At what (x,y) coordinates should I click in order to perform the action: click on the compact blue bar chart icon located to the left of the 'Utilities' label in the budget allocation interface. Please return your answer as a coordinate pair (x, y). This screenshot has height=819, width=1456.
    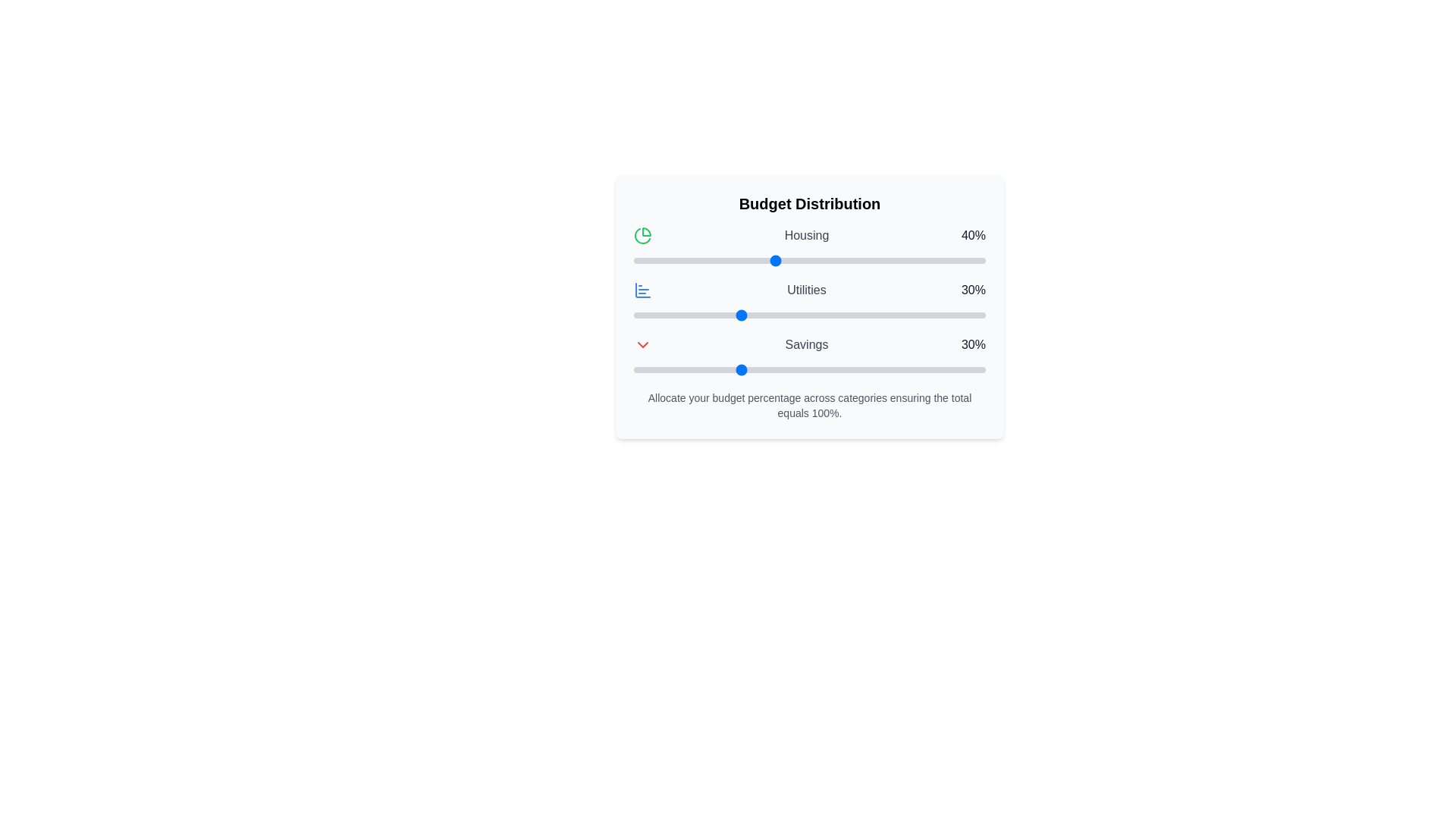
    Looking at the image, I should click on (643, 290).